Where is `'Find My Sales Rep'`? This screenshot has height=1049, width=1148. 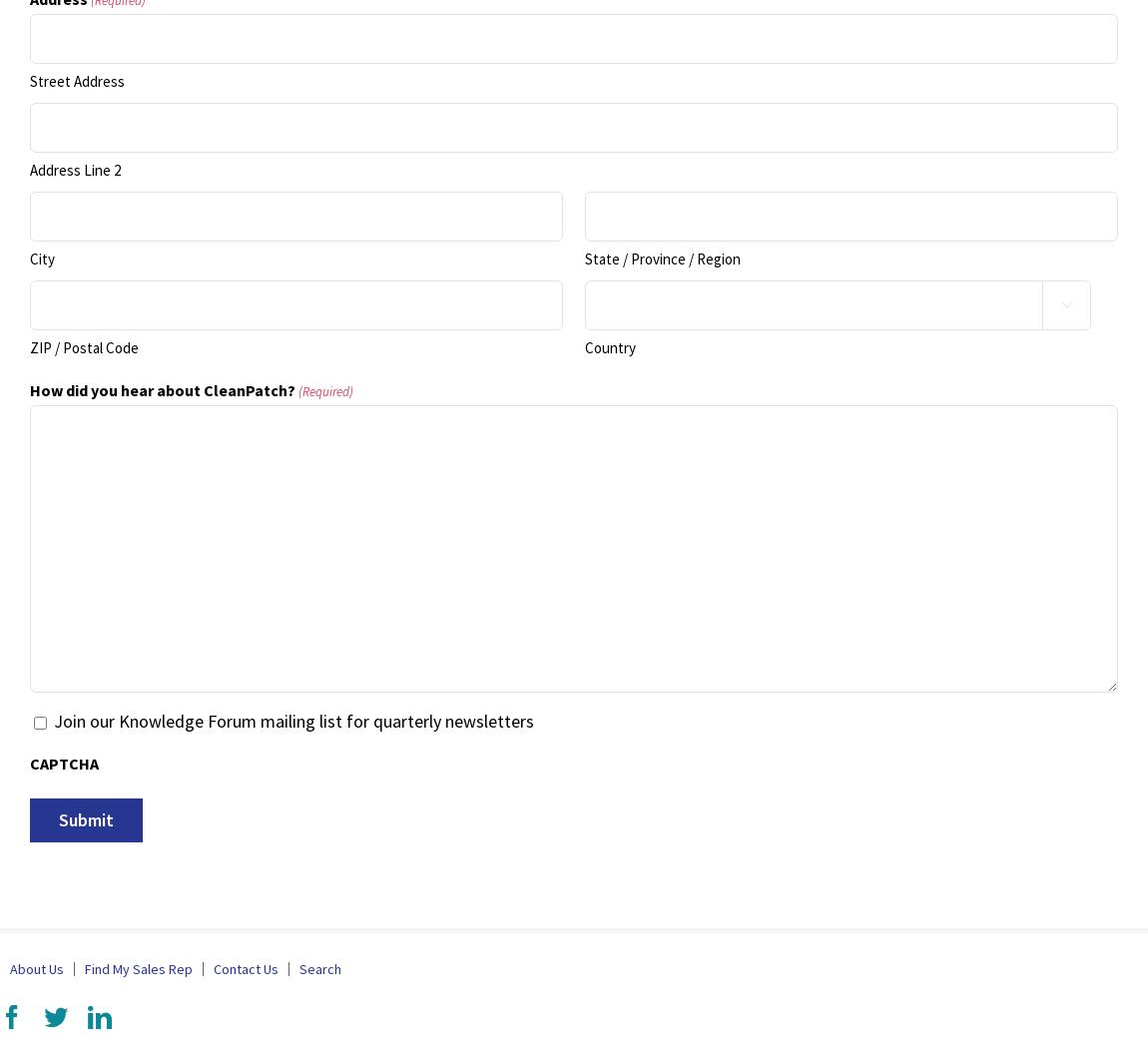
'Find My Sales Rep' is located at coordinates (137, 969).